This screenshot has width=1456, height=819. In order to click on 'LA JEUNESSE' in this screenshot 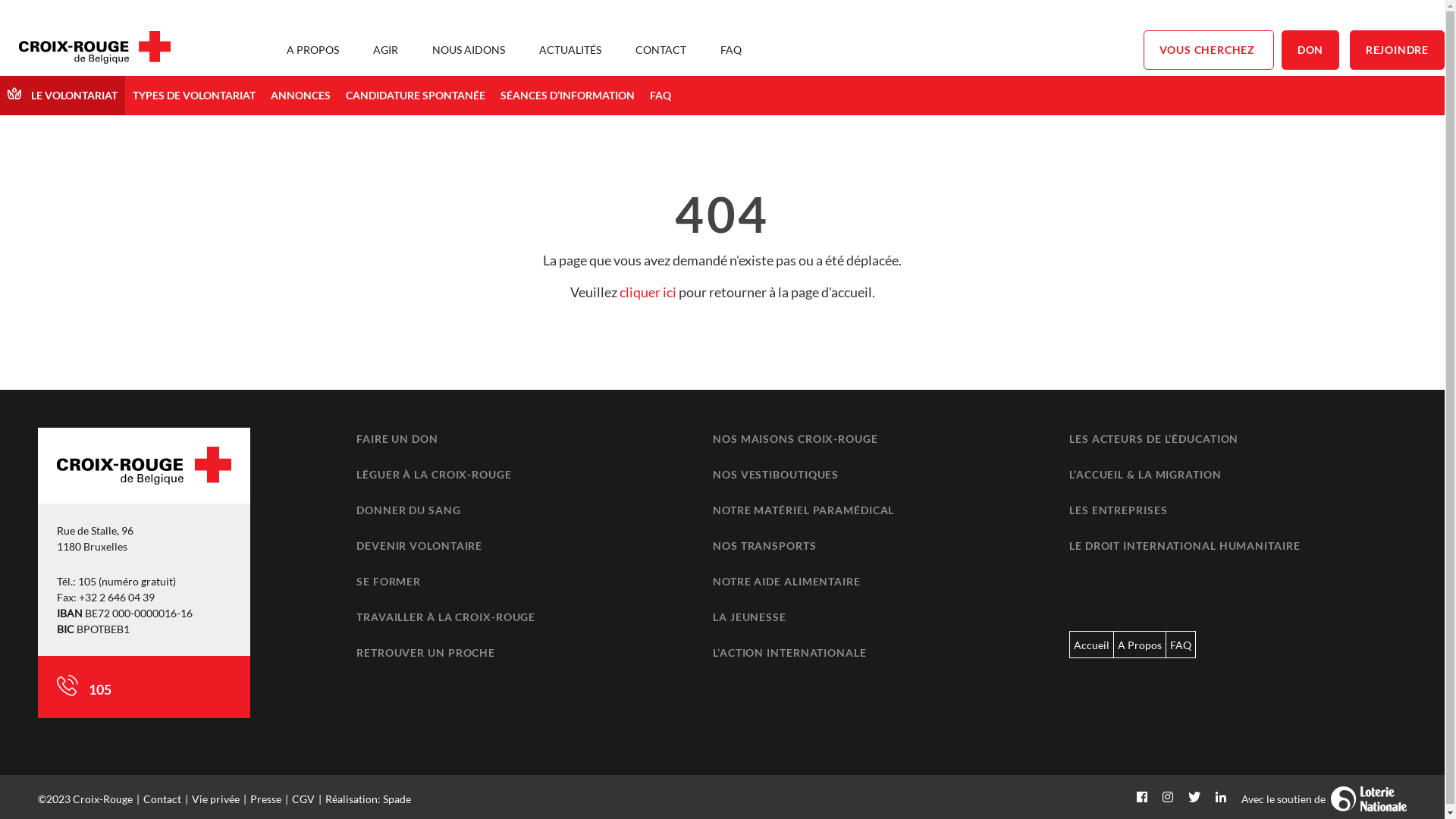, I will do `click(749, 617)`.